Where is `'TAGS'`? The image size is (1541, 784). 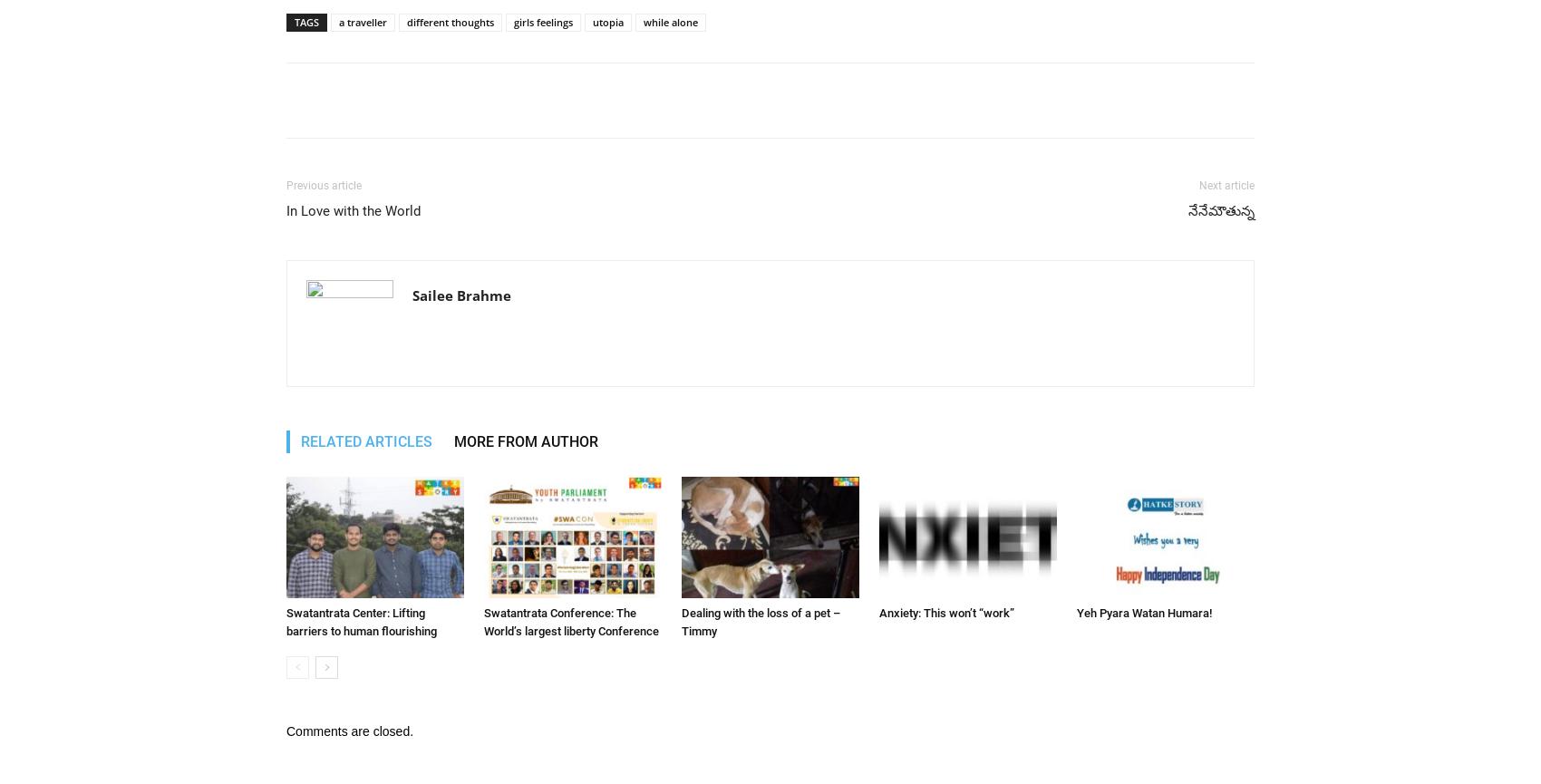 'TAGS' is located at coordinates (305, 21).